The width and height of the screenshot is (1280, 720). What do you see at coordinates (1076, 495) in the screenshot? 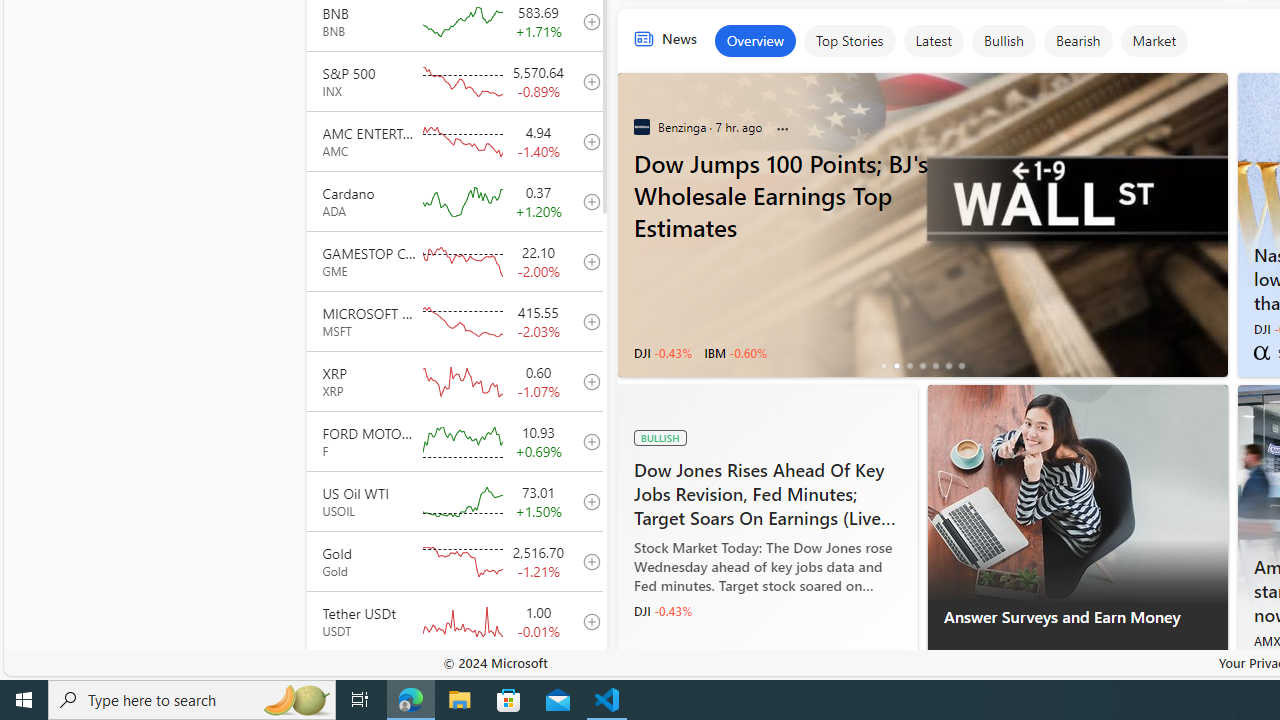
I see `'Answer Surveys and Earn Money'` at bounding box center [1076, 495].